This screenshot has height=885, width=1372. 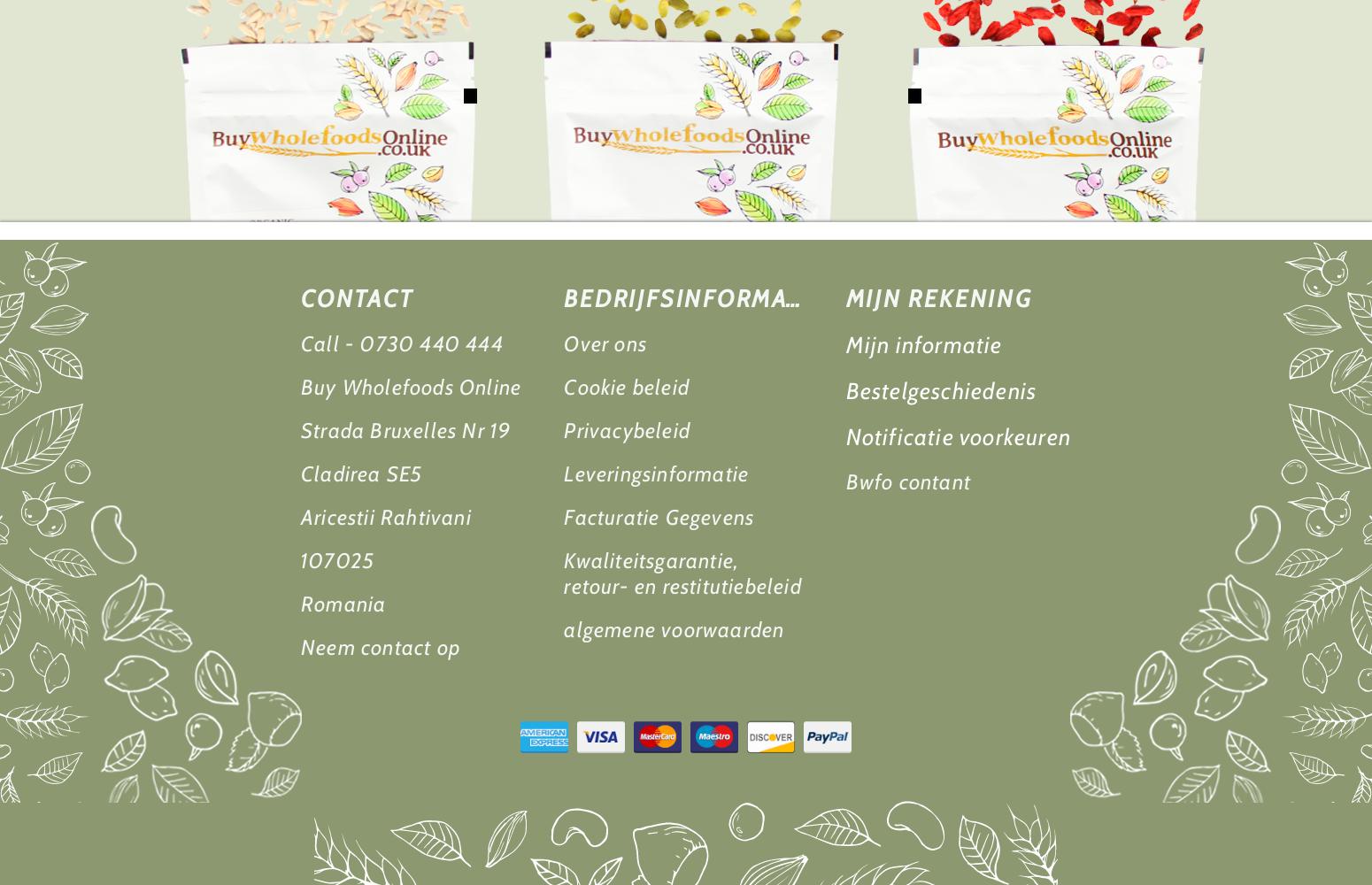 What do you see at coordinates (692, 297) in the screenshot?
I see `'Bedrijfsinformatie'` at bounding box center [692, 297].